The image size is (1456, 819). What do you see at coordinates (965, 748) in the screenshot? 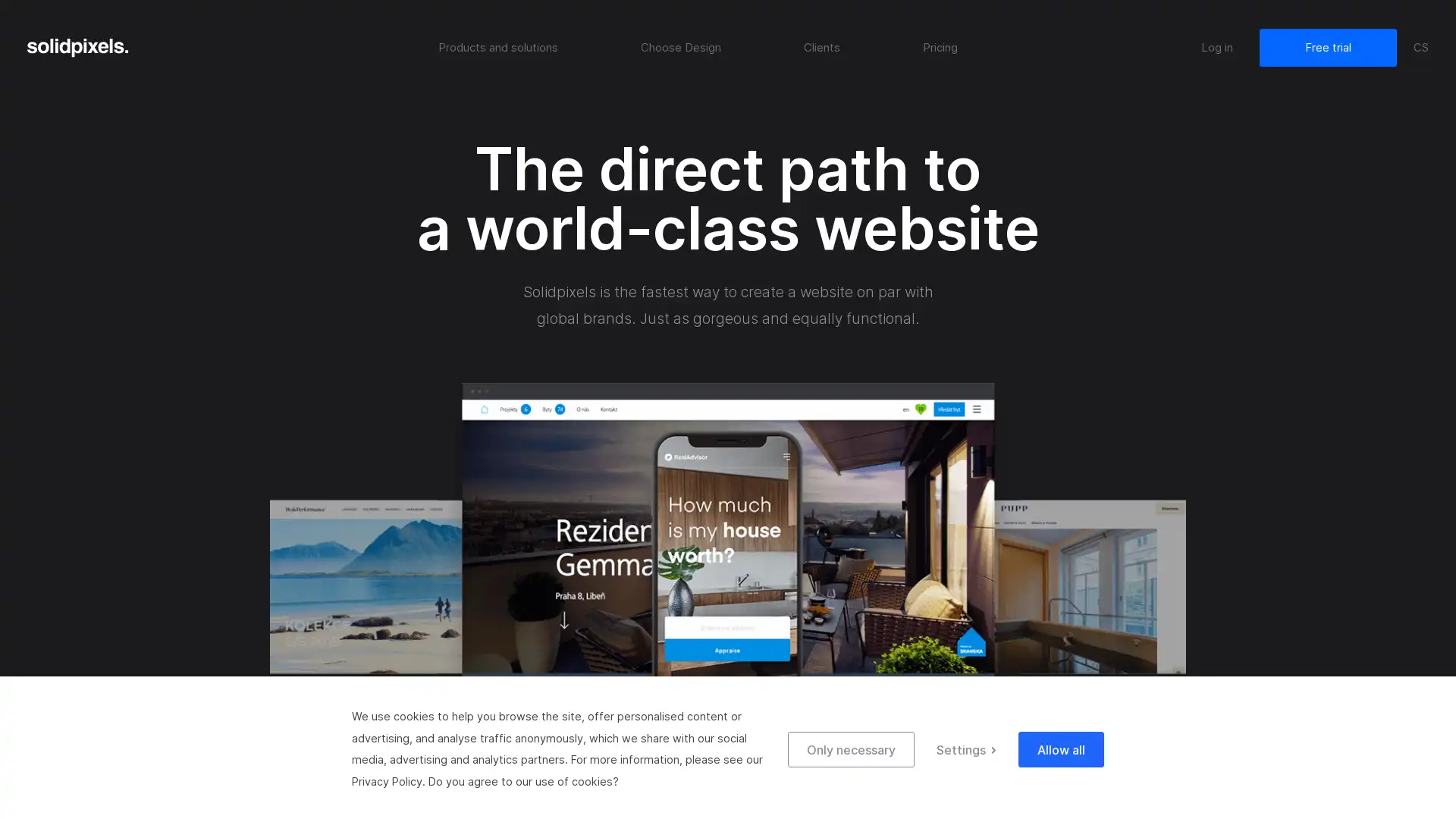
I see `Settings` at bounding box center [965, 748].